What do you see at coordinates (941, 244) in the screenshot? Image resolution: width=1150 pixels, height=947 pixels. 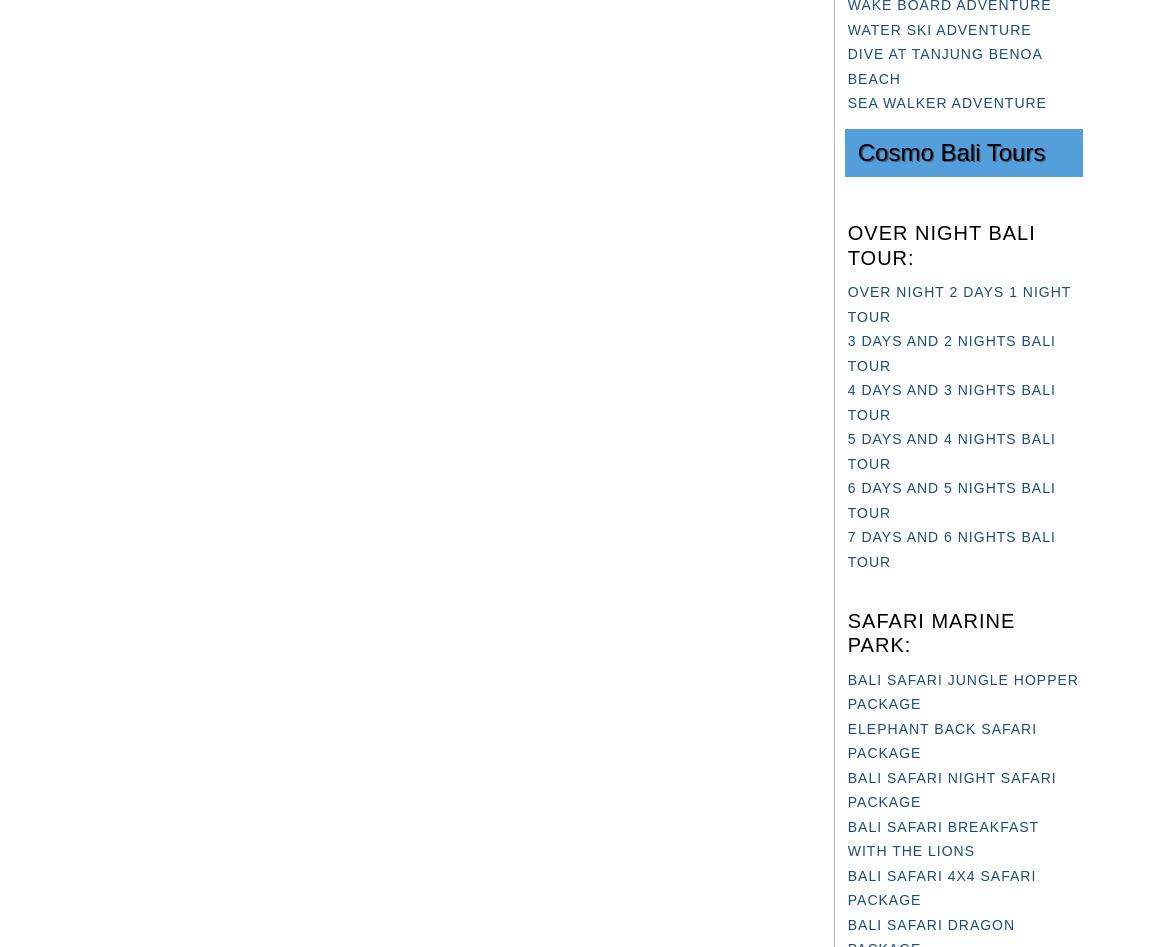 I see `'OVER NIGHT BALI TOUR:'` at bounding box center [941, 244].